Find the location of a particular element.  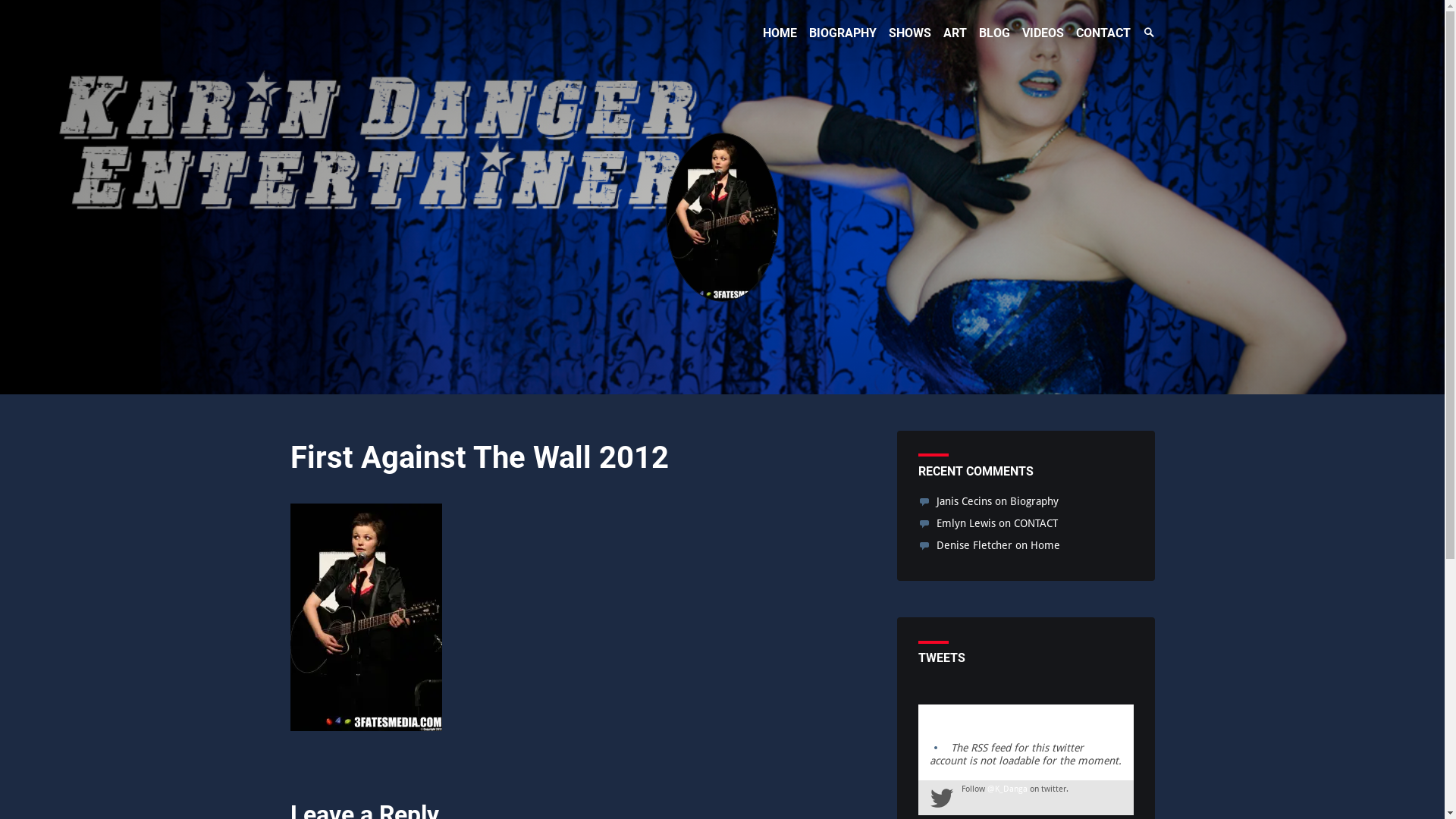

'Biography' is located at coordinates (1009, 500).